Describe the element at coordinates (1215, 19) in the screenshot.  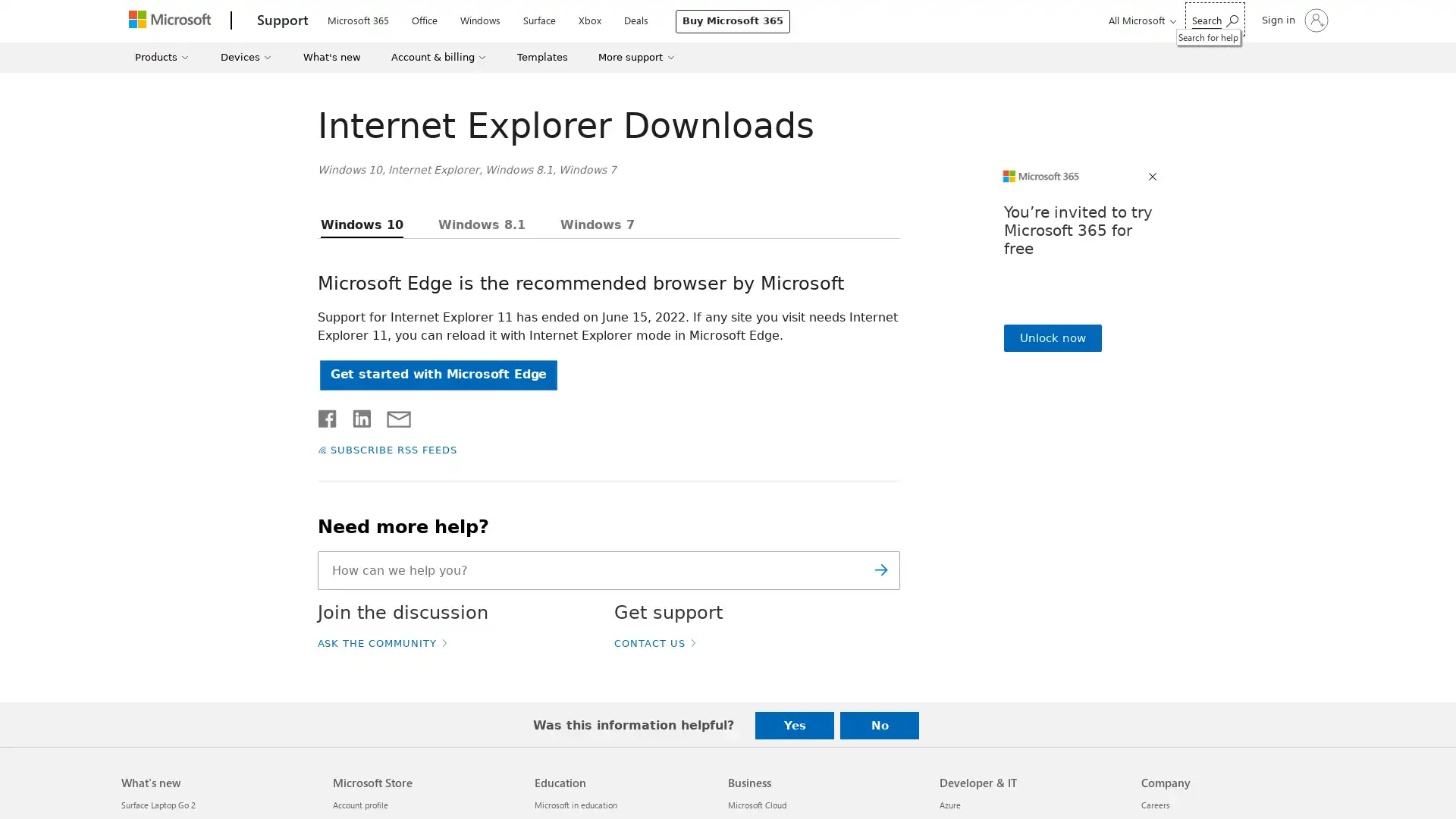
I see `Search for help` at that location.